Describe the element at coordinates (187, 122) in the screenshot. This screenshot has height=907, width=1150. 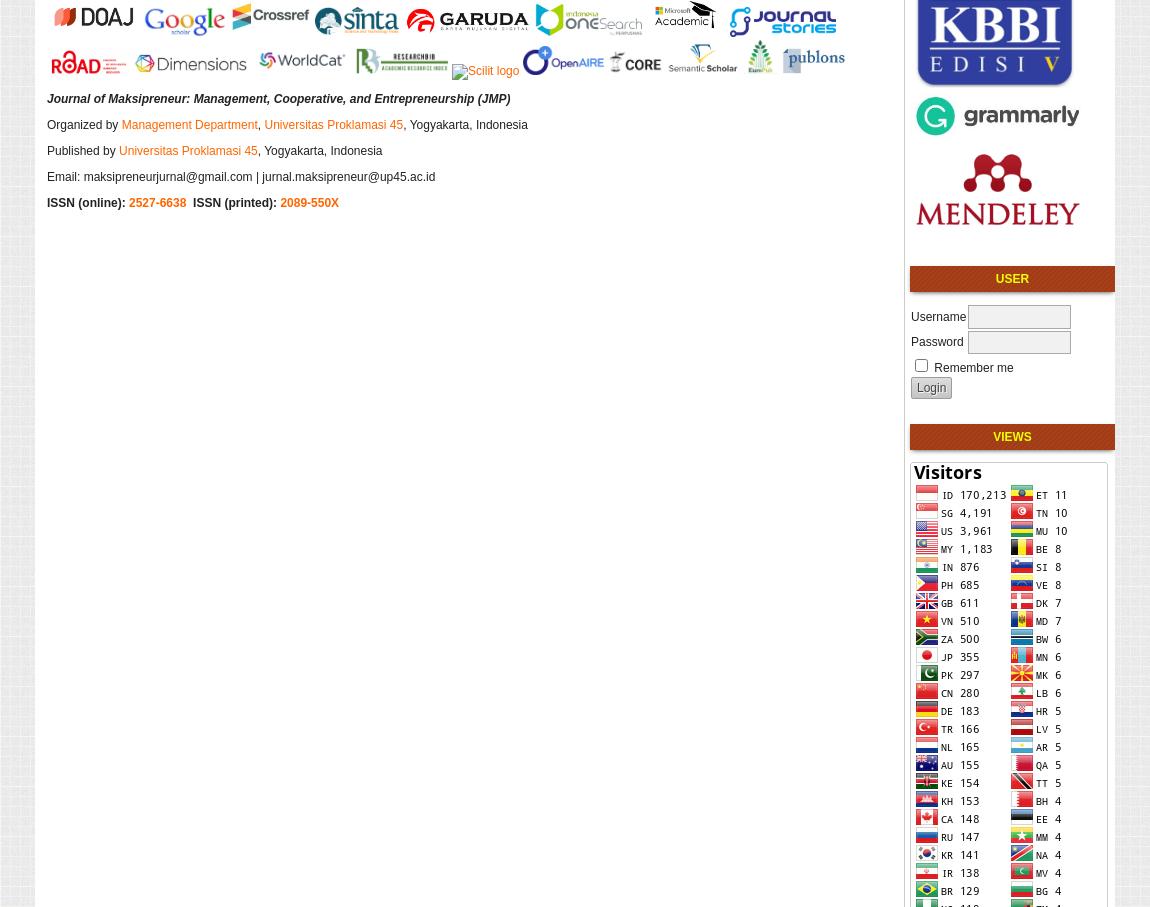
I see `'Management Department'` at that location.